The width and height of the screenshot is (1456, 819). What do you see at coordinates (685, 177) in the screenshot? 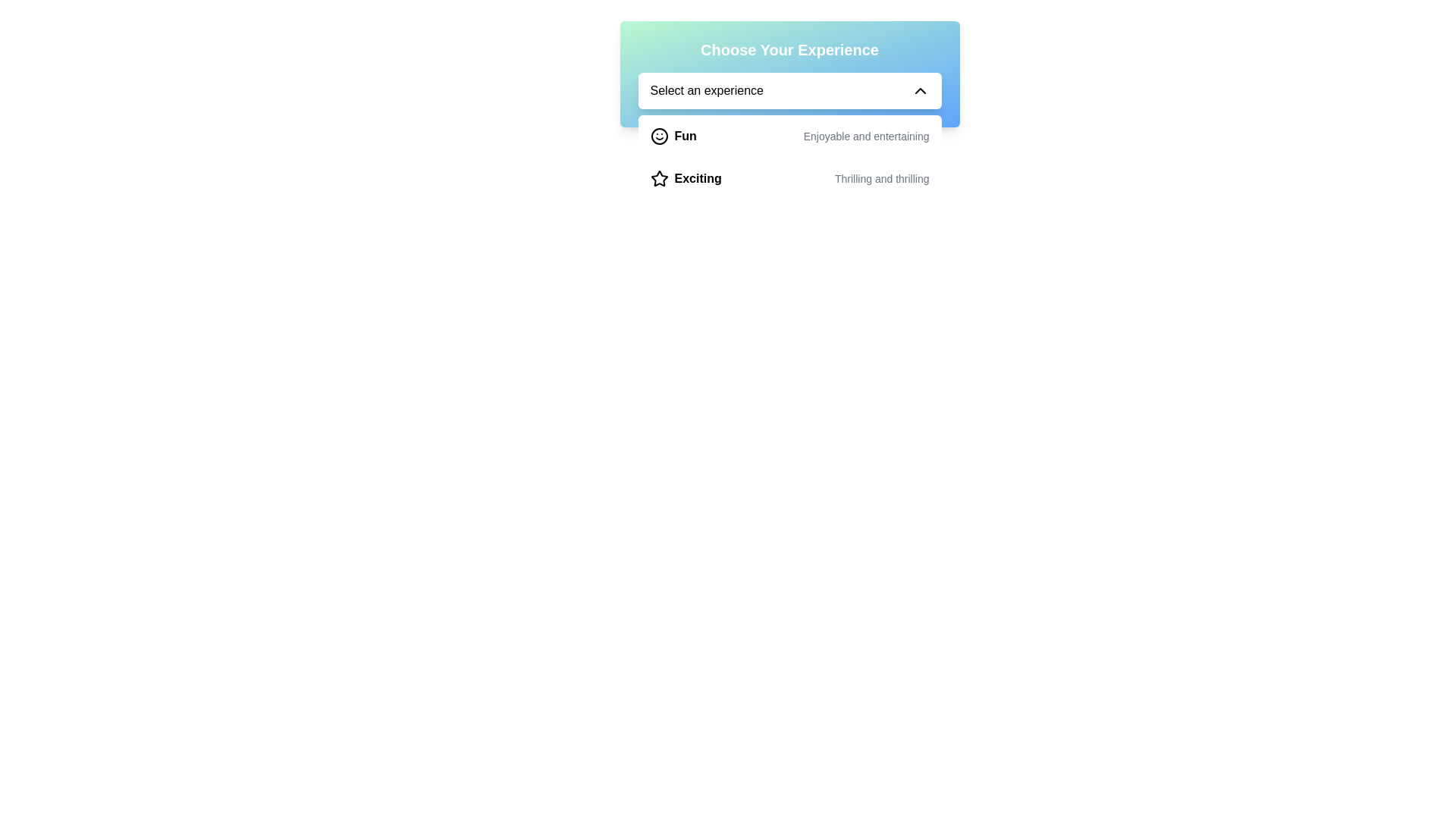
I see `the selectable option labeled 'Exciting' in the dropdown menu, which is the second item under 'Choose Your Experience'` at bounding box center [685, 177].